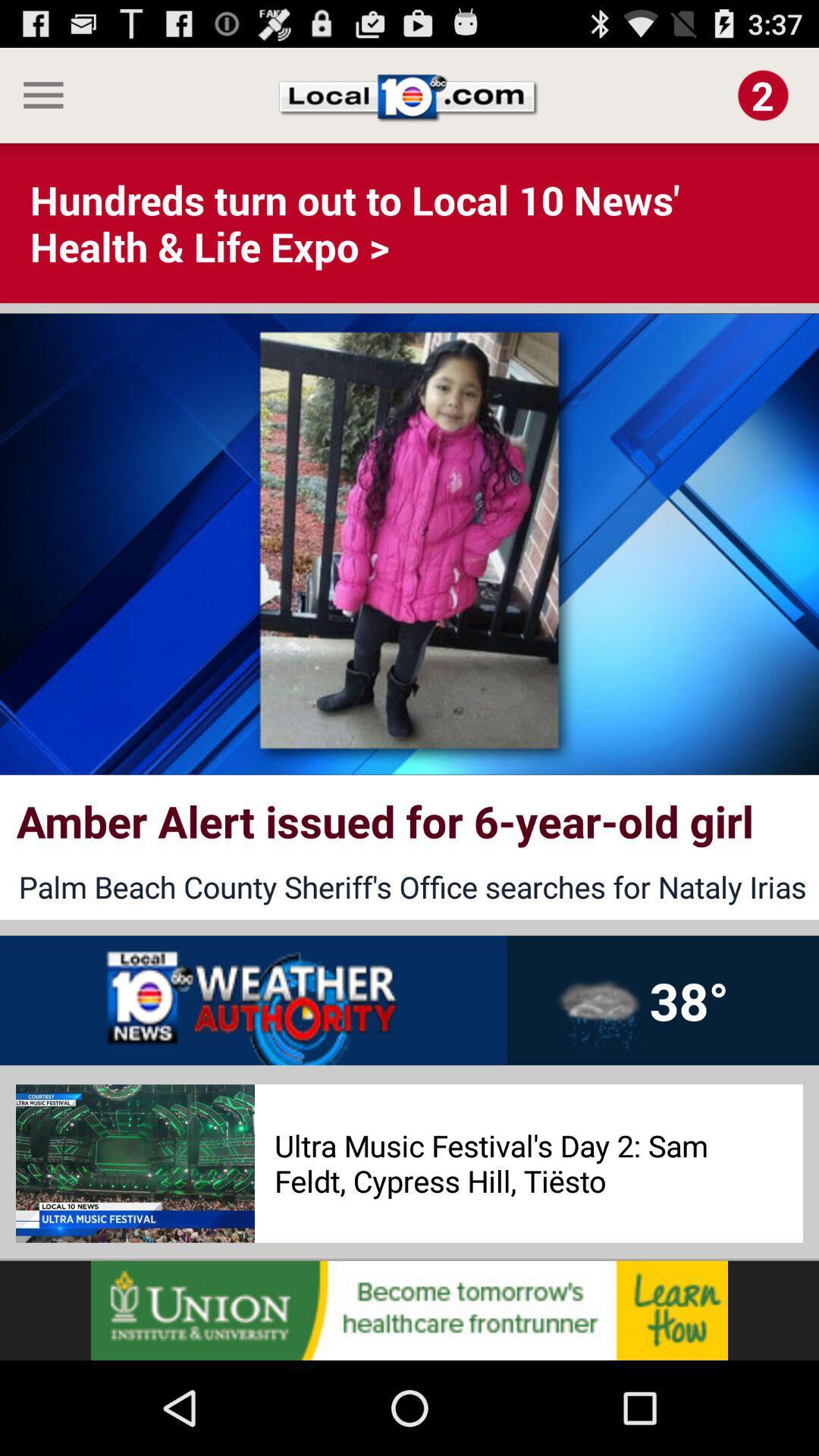 This screenshot has width=819, height=1456. What do you see at coordinates (409, 1310) in the screenshot?
I see `open` at bounding box center [409, 1310].